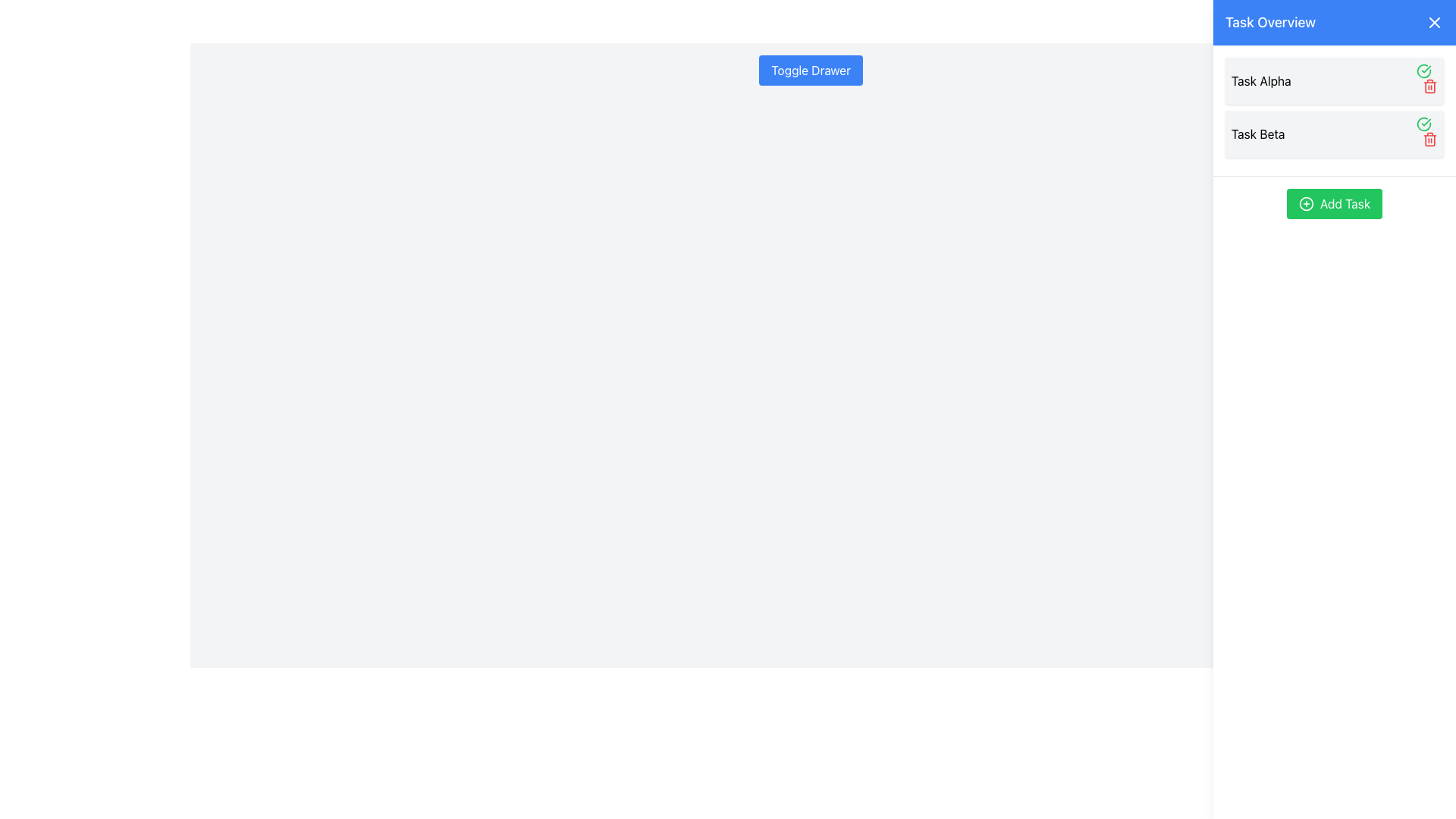 This screenshot has height=819, width=1456. I want to click on the 'X' icon button located in the top-right corner of the 'Task Overview' panel, so click(1433, 23).